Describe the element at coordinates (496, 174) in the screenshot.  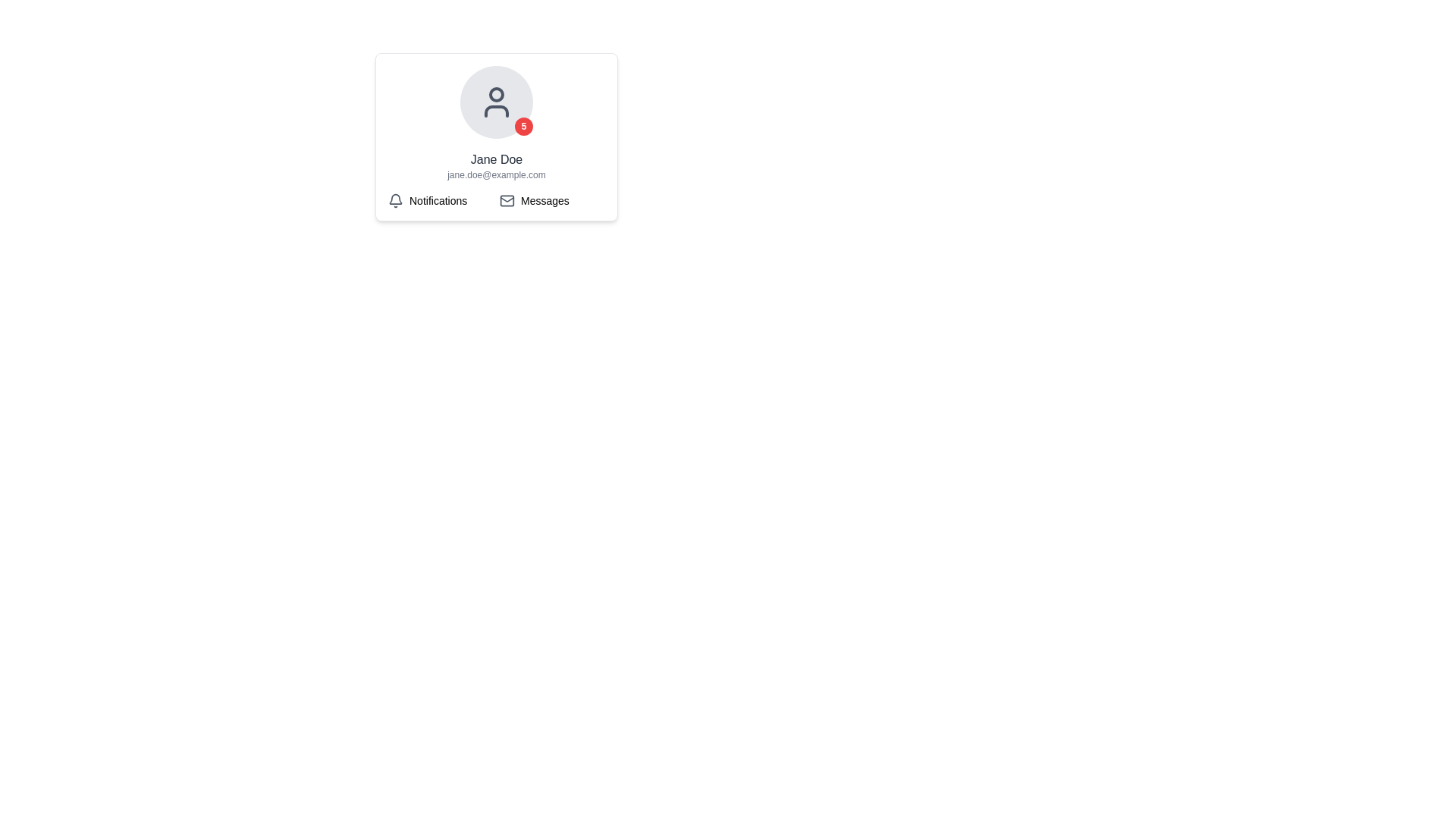
I see `the email text field displaying 'jane.doe@example.com', which is part of the profile section, positioned below the 'Jane Doe' label` at that location.